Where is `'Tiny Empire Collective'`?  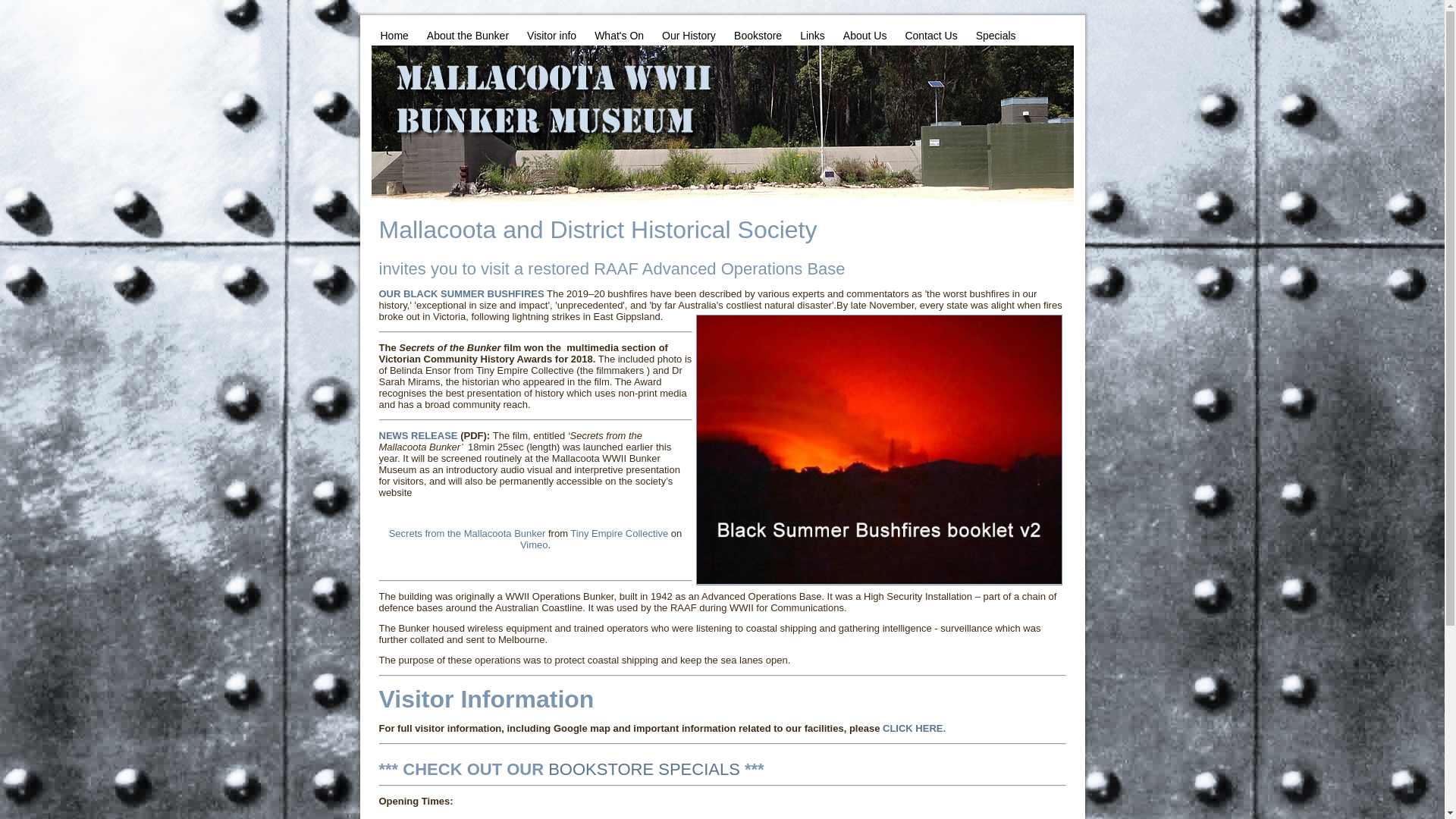
'Tiny Empire Collective' is located at coordinates (619, 532).